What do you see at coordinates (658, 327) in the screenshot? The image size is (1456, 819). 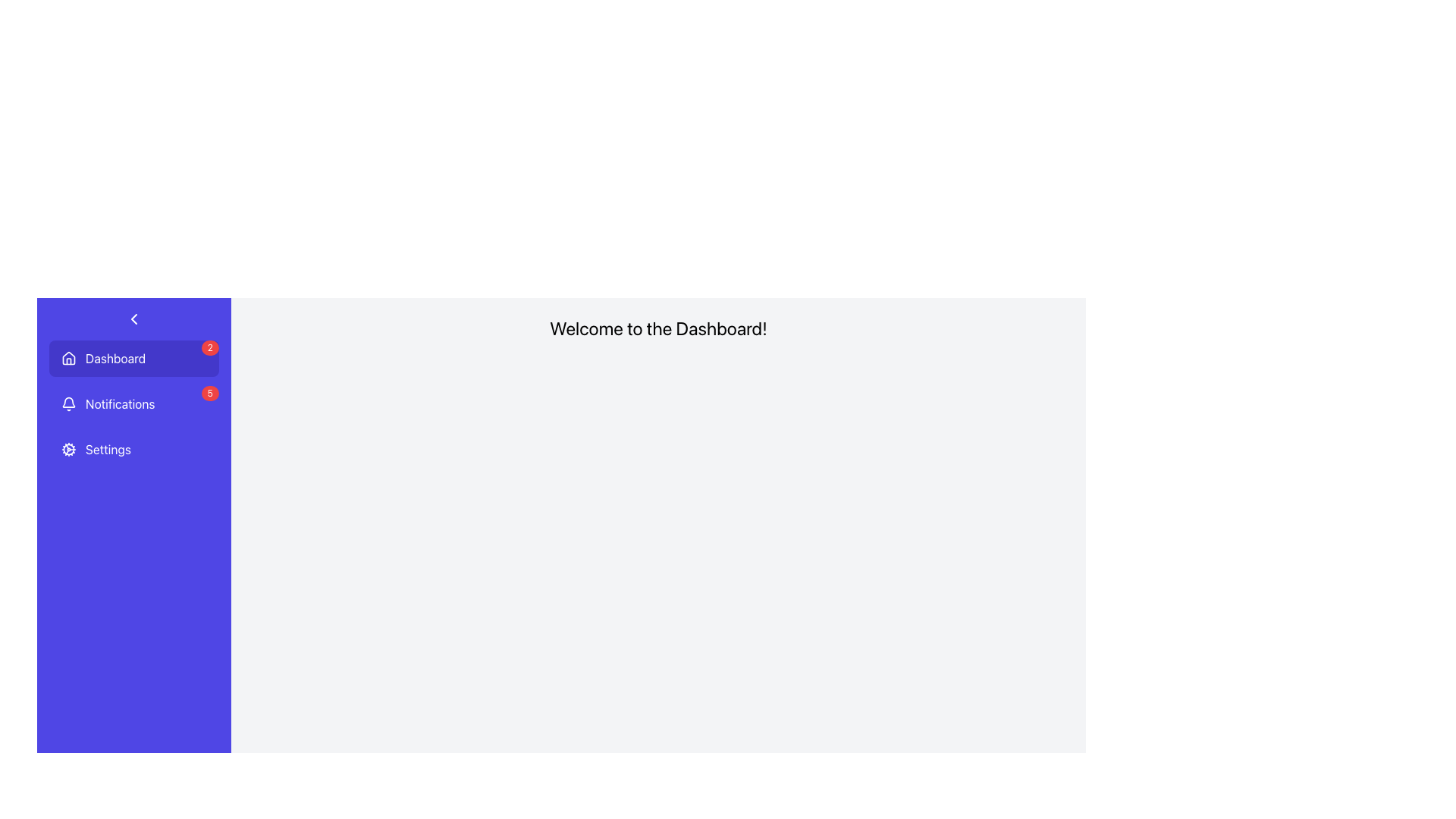 I see `text of the Text Header displaying 'Welcome to the Dashboard!' located at the top section of the main content area` at bounding box center [658, 327].